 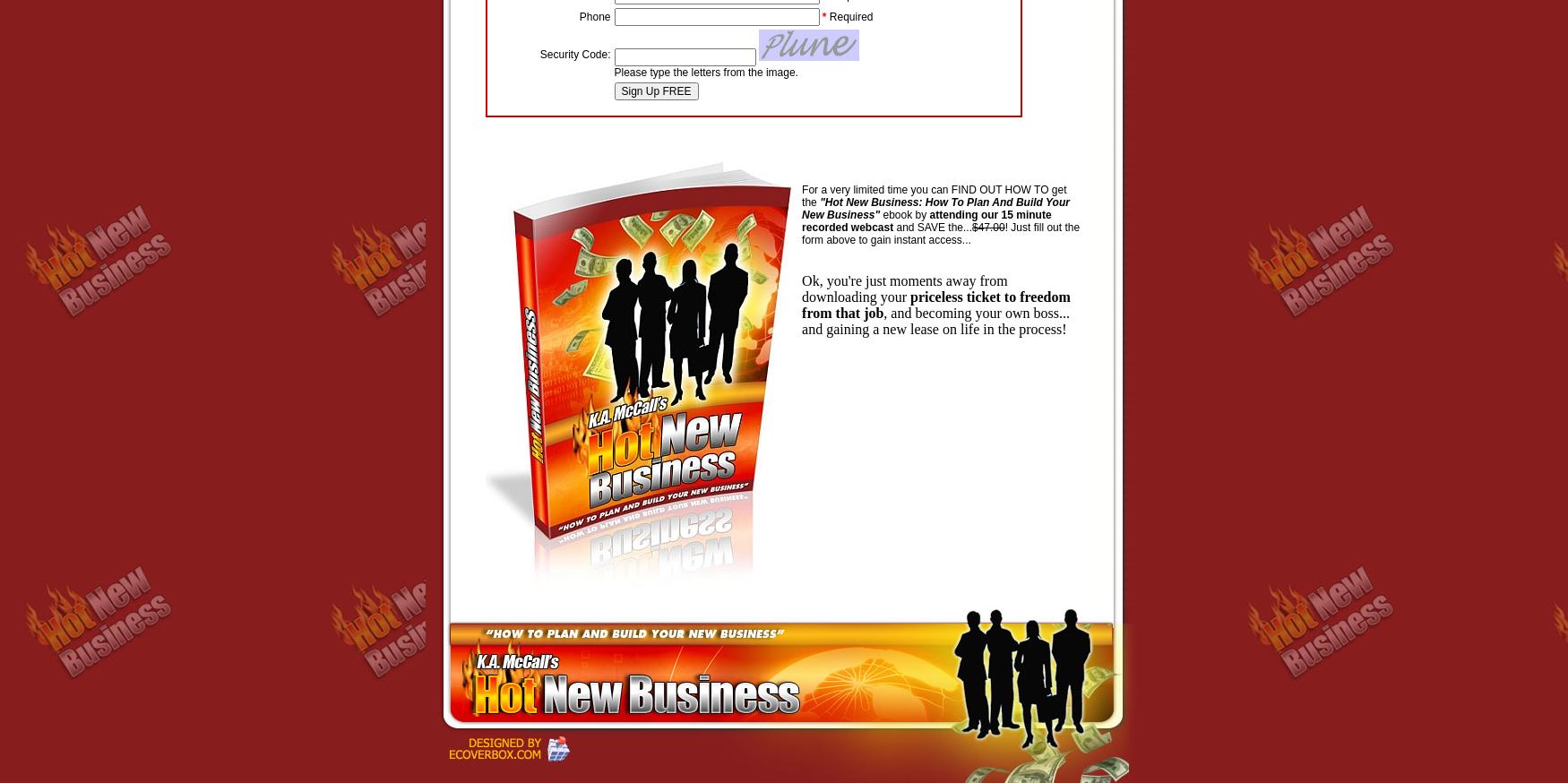 What do you see at coordinates (933, 195) in the screenshot?
I see `'For a very limited time you can FIND OUT HOW TO get the'` at bounding box center [933, 195].